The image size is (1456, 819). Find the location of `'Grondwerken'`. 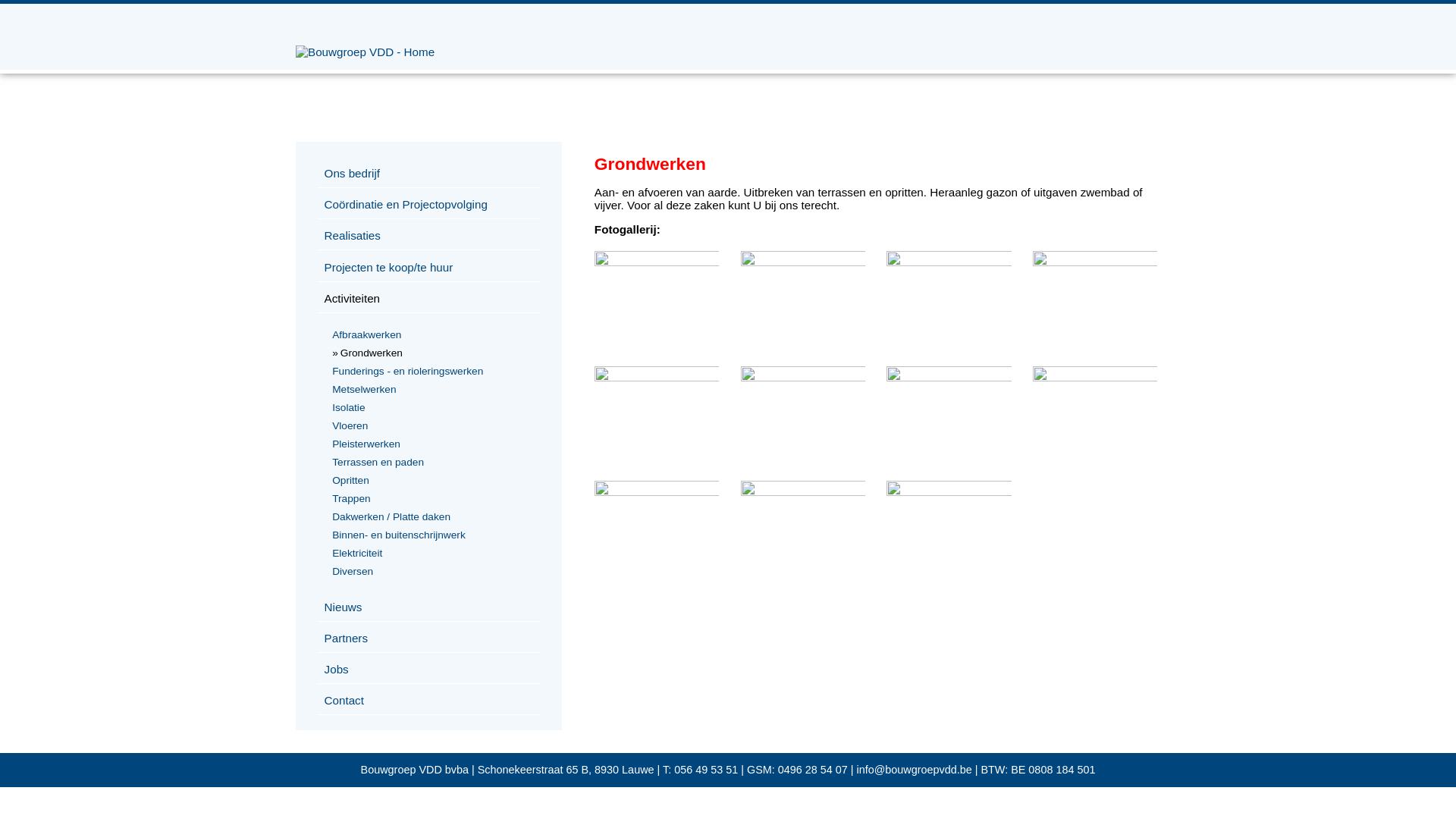

'Grondwerken' is located at coordinates (1095, 376).